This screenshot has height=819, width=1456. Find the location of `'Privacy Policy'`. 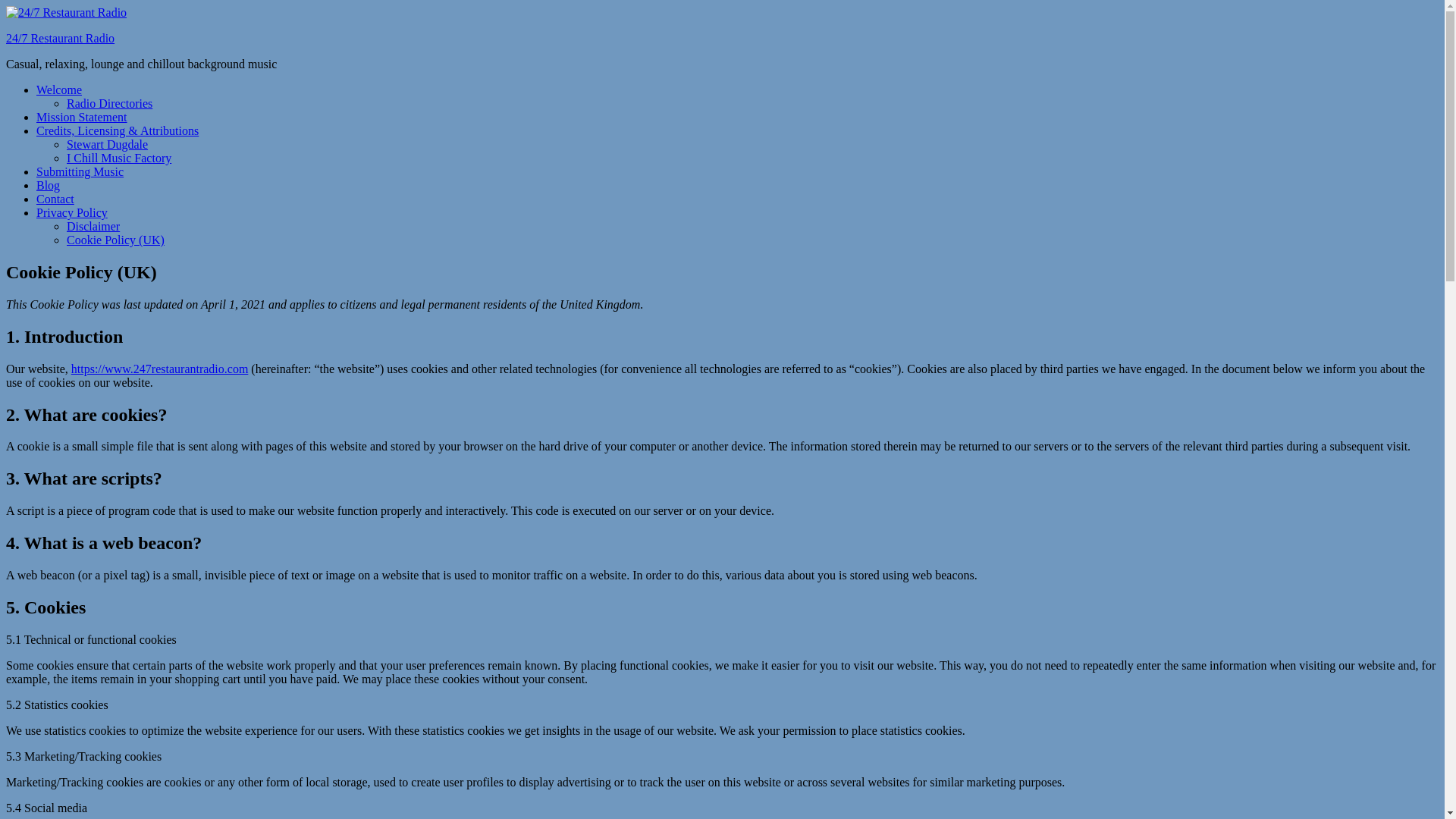

'Privacy Policy' is located at coordinates (71, 212).